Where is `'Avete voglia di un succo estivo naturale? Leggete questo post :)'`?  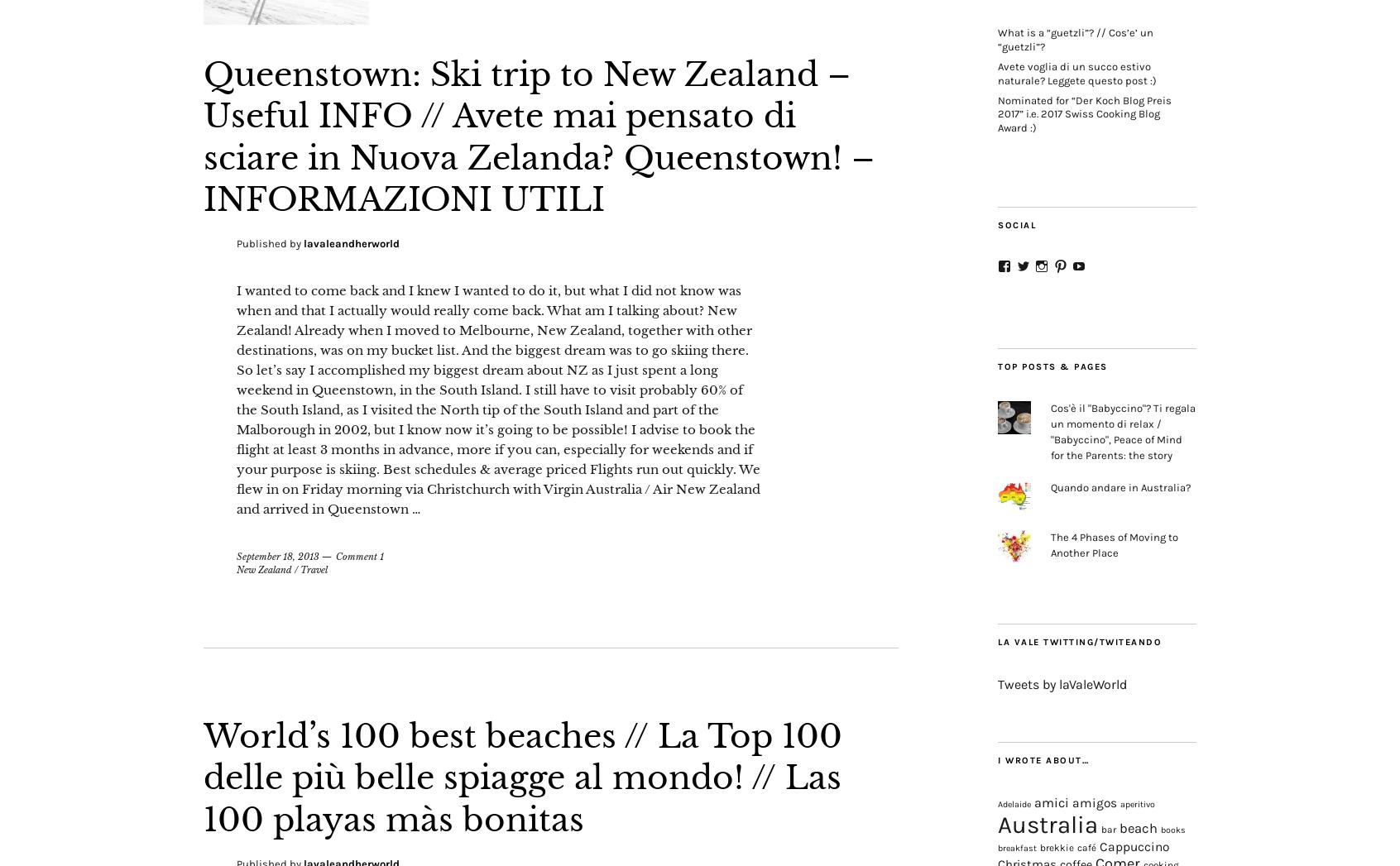 'Avete voglia di un succo estivo naturale? Leggete questo post :)' is located at coordinates (1076, 72).